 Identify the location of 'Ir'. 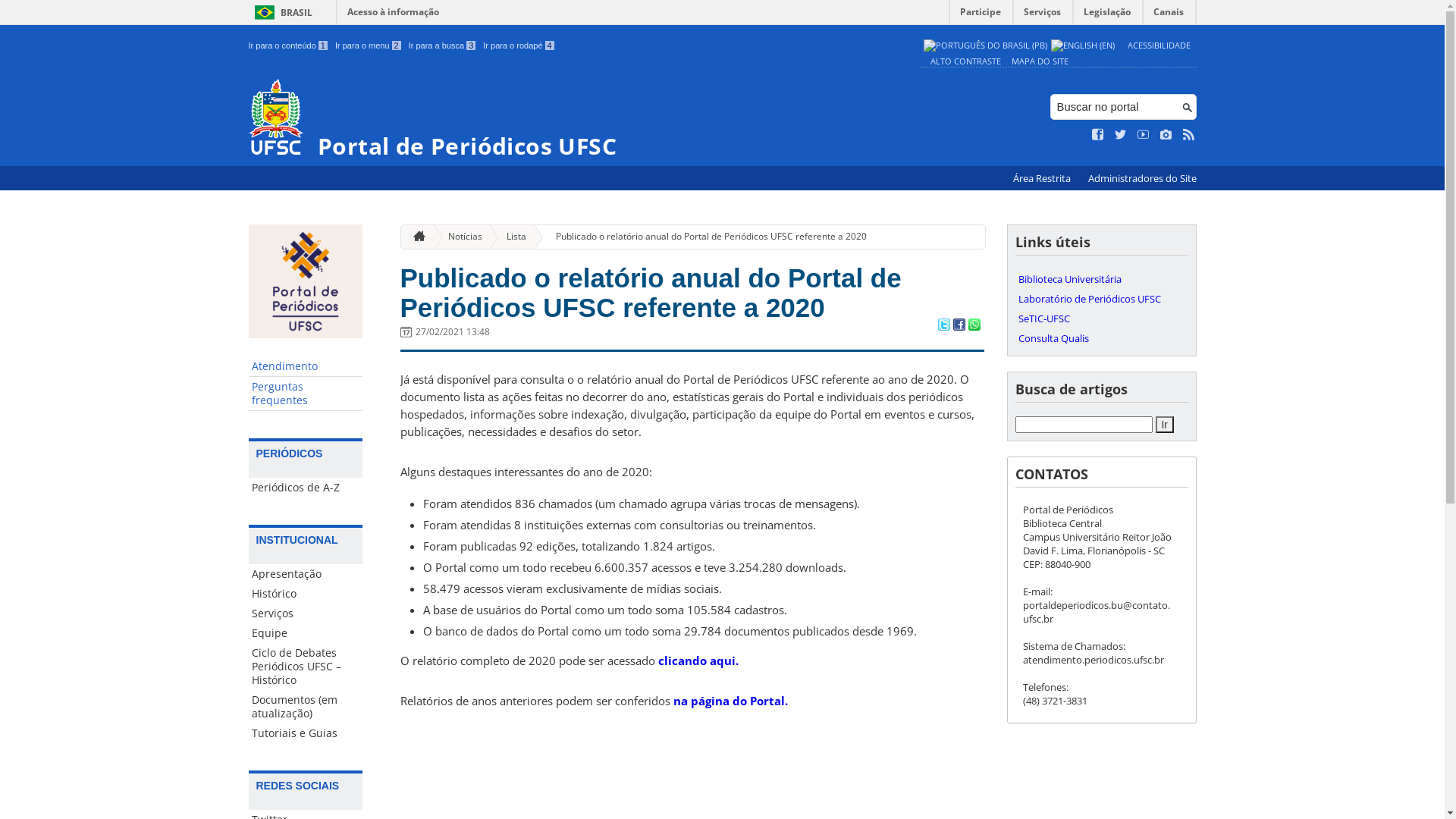
(1164, 424).